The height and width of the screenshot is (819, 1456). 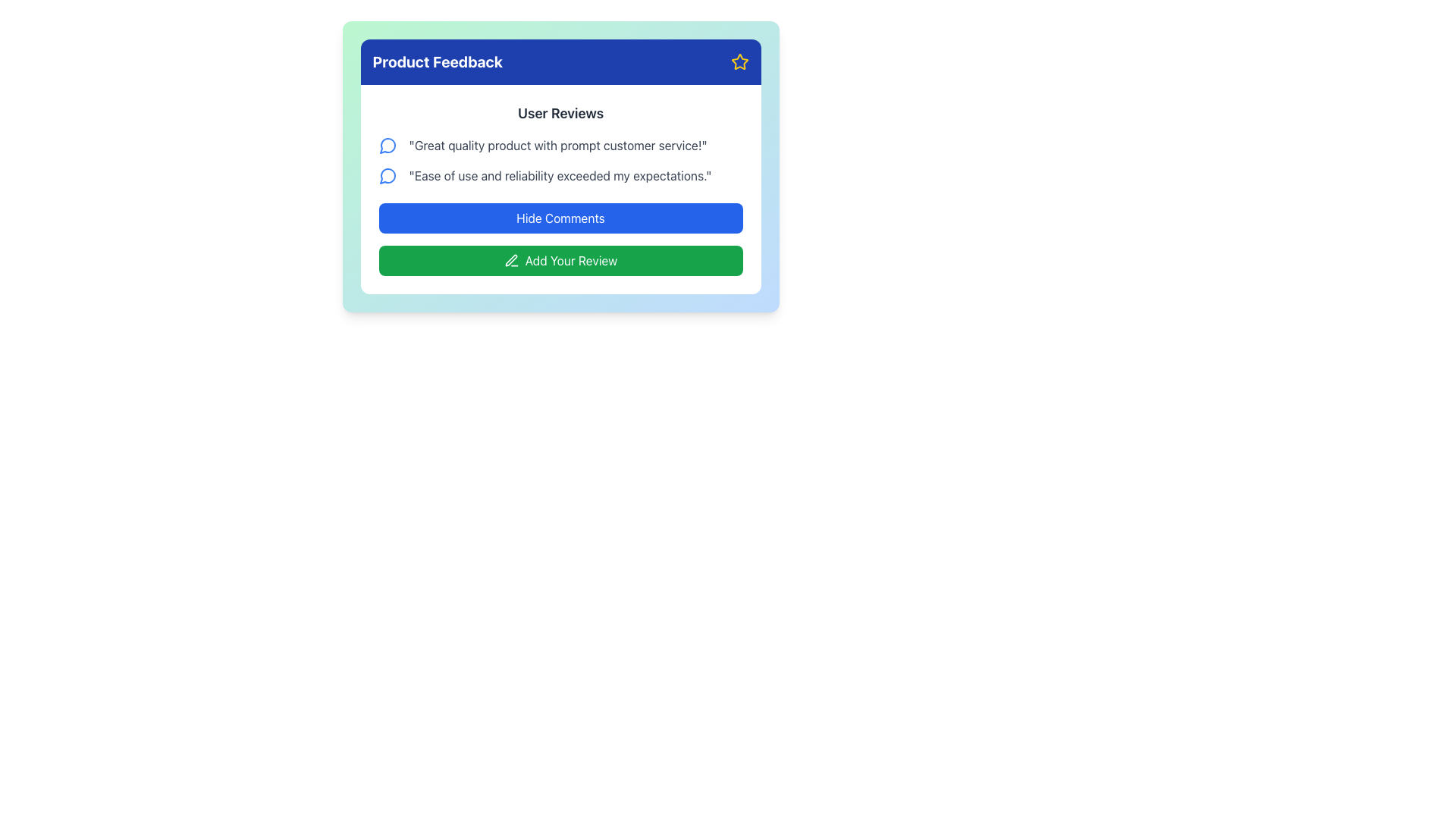 What do you see at coordinates (560, 259) in the screenshot?
I see `the 'Add Review' button located at the bottom of the reviews card, directly below the 'Hide Comments' button to initiate the review addition process` at bounding box center [560, 259].